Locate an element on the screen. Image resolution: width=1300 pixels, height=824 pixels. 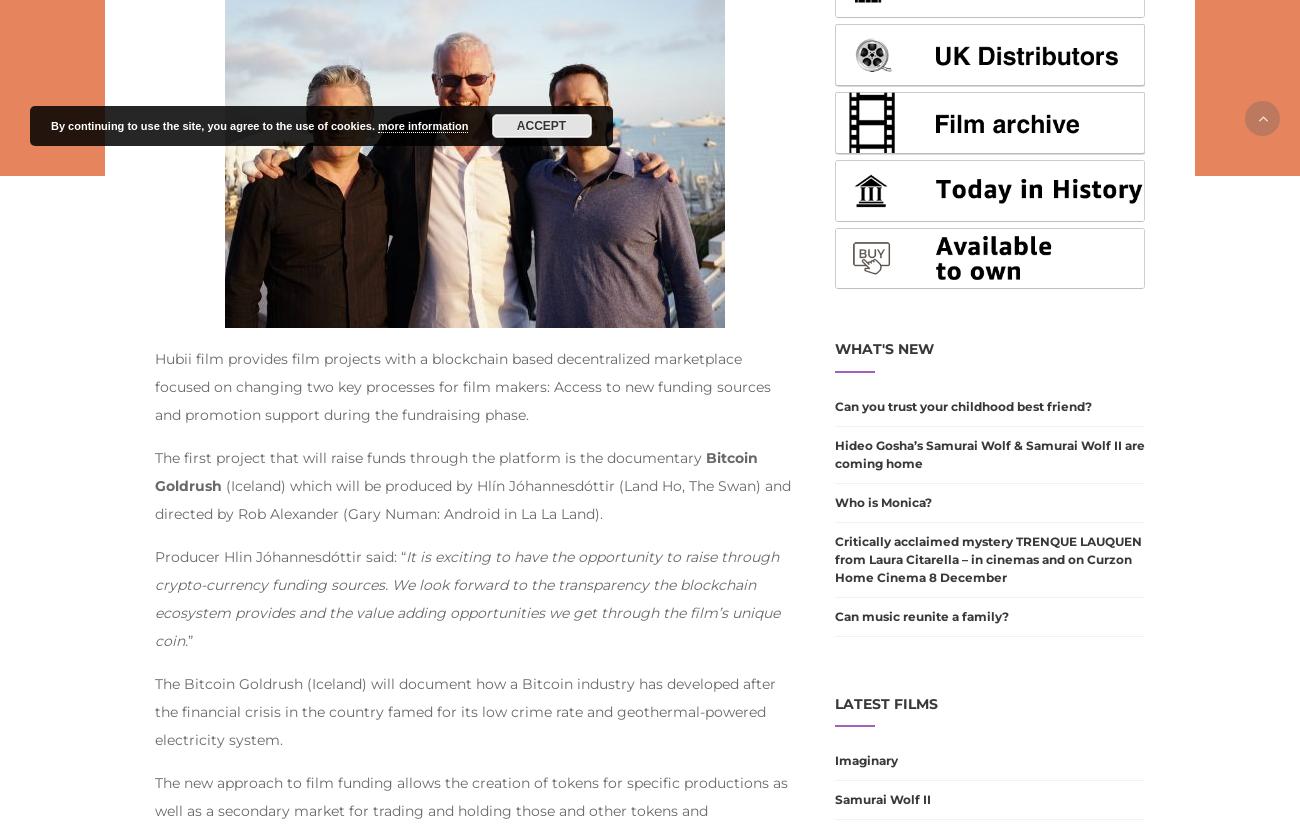
'more information' is located at coordinates (423, 125).